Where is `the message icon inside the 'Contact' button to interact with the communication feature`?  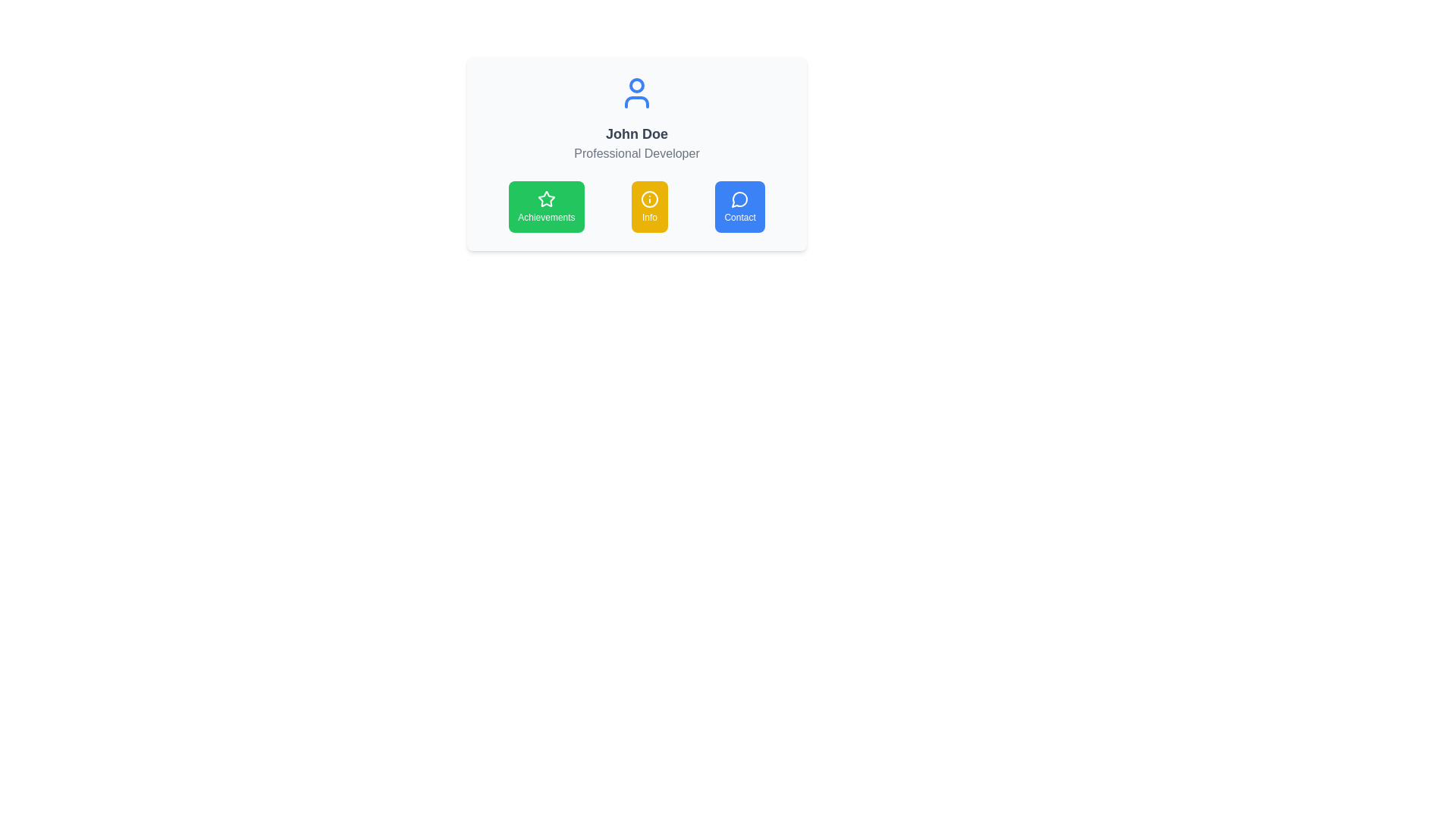 the message icon inside the 'Contact' button to interact with the communication feature is located at coordinates (740, 198).